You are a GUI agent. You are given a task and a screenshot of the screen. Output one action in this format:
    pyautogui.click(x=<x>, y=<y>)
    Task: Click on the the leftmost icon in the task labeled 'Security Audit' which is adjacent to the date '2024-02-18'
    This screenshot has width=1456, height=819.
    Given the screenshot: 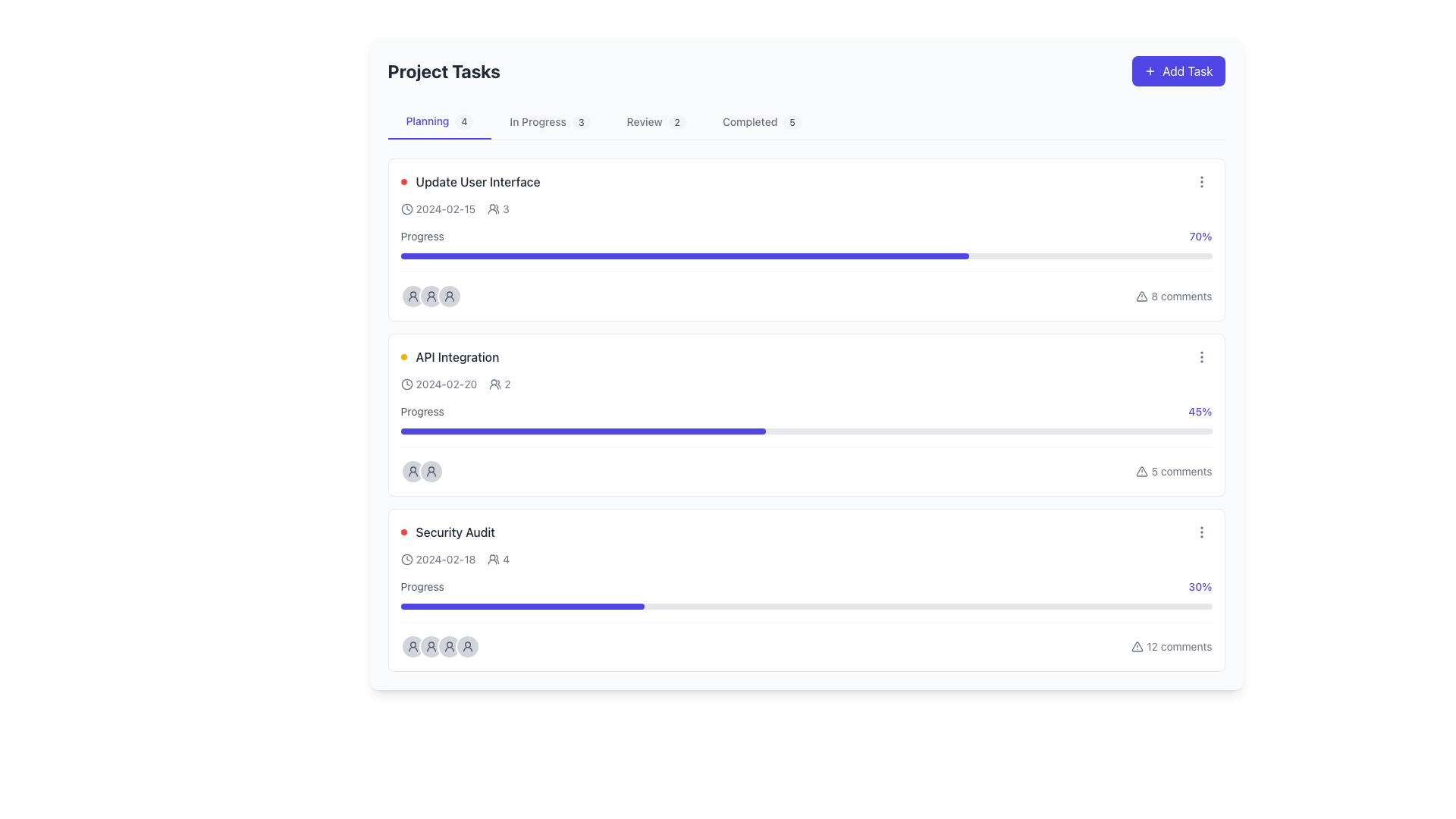 What is the action you would take?
    pyautogui.click(x=406, y=559)
    